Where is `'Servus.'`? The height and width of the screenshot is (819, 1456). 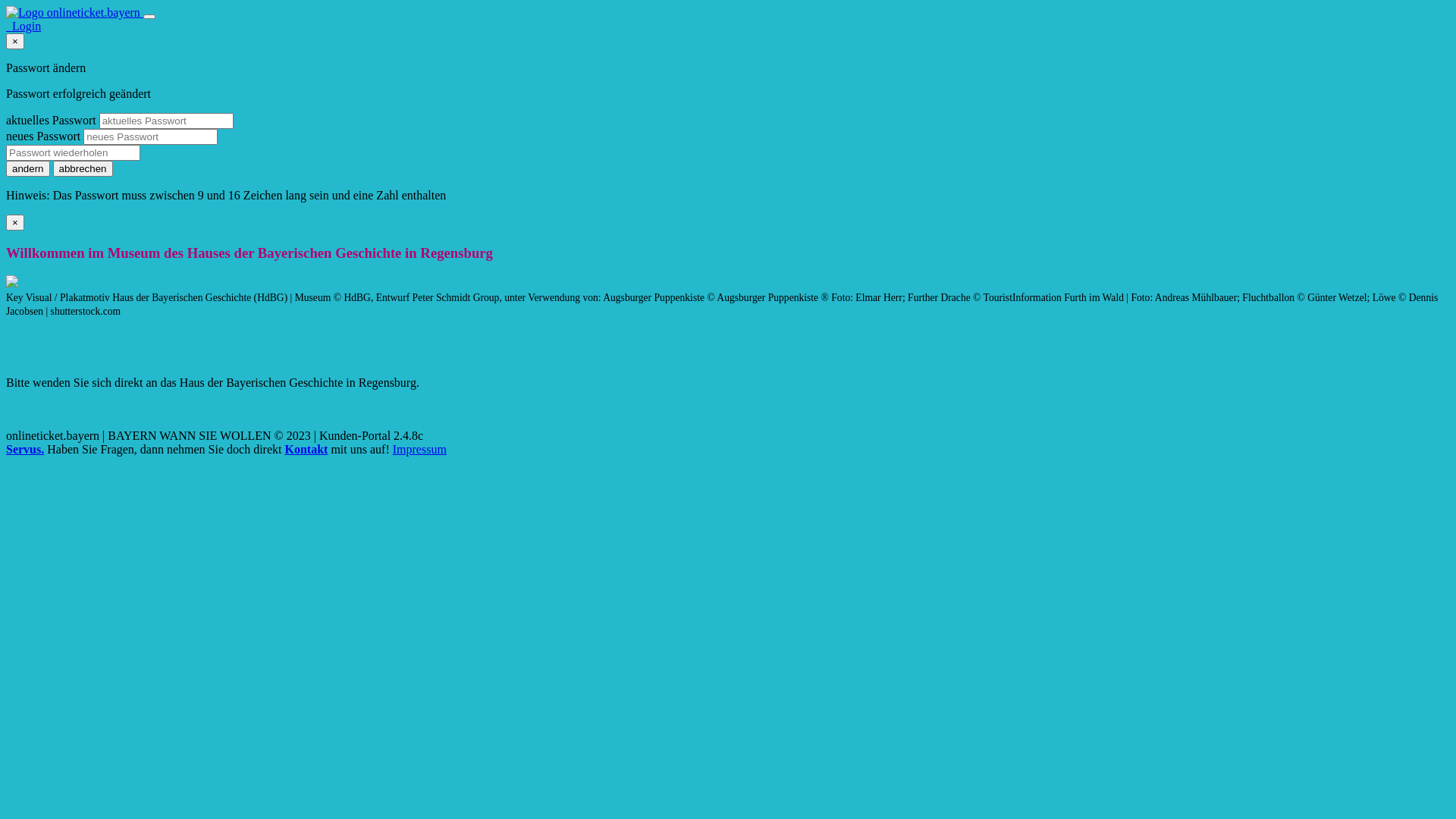
'Servus.' is located at coordinates (25, 448).